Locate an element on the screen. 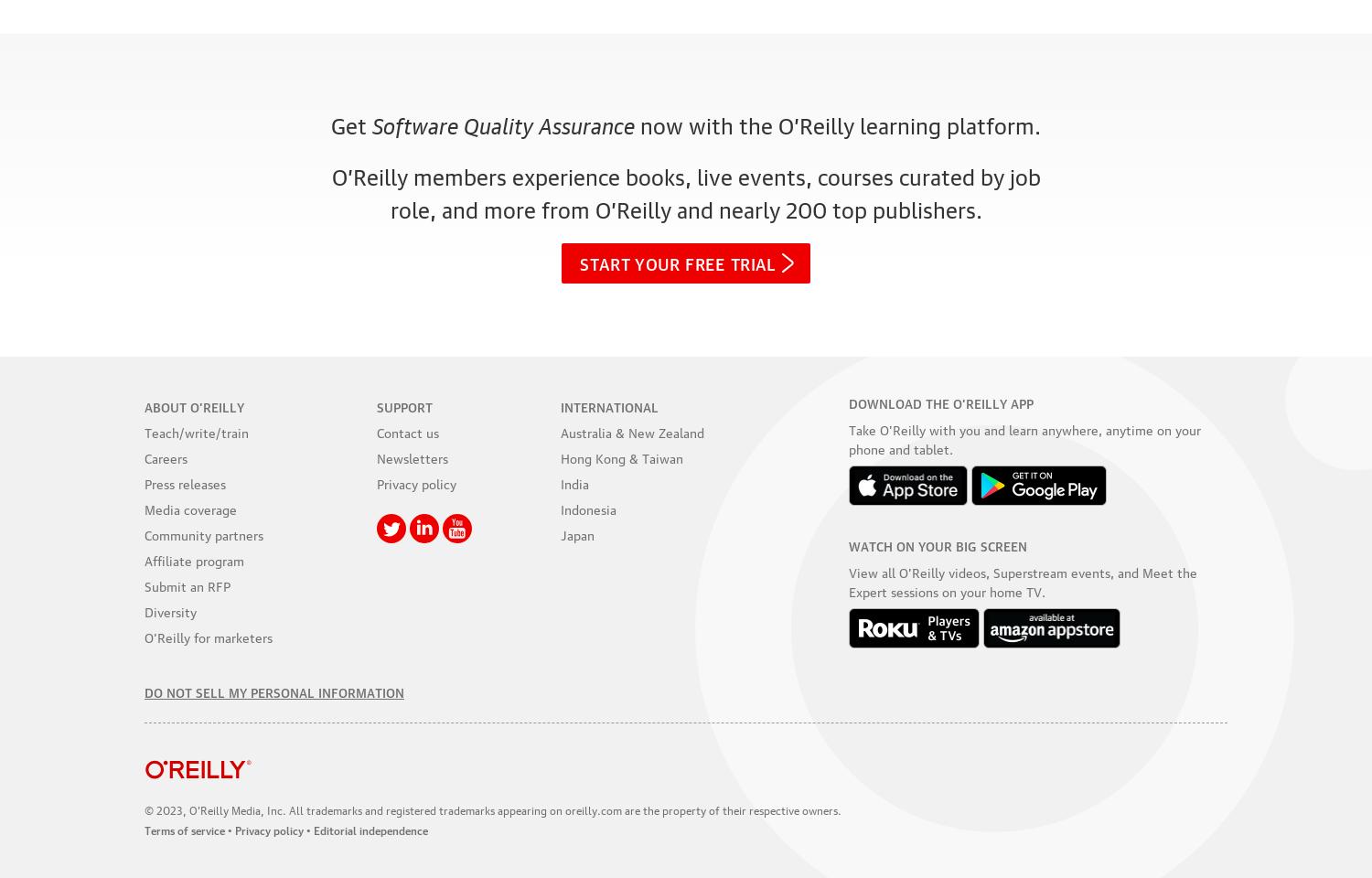 The image size is (1372, 878). 'O’Reilly for marketers' is located at coordinates (208, 636).